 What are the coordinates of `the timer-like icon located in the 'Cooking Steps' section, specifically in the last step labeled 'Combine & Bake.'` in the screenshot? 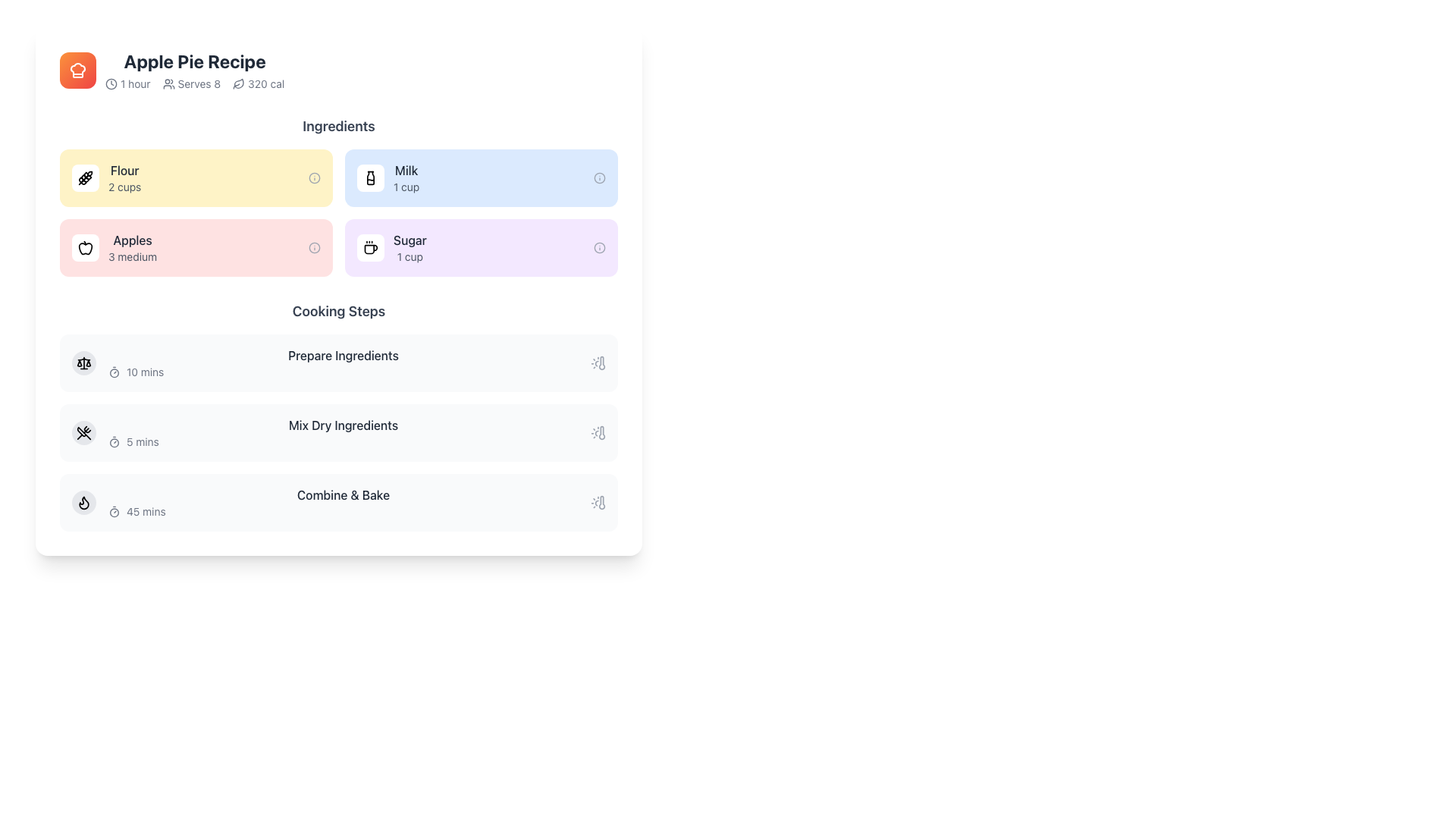 It's located at (113, 512).